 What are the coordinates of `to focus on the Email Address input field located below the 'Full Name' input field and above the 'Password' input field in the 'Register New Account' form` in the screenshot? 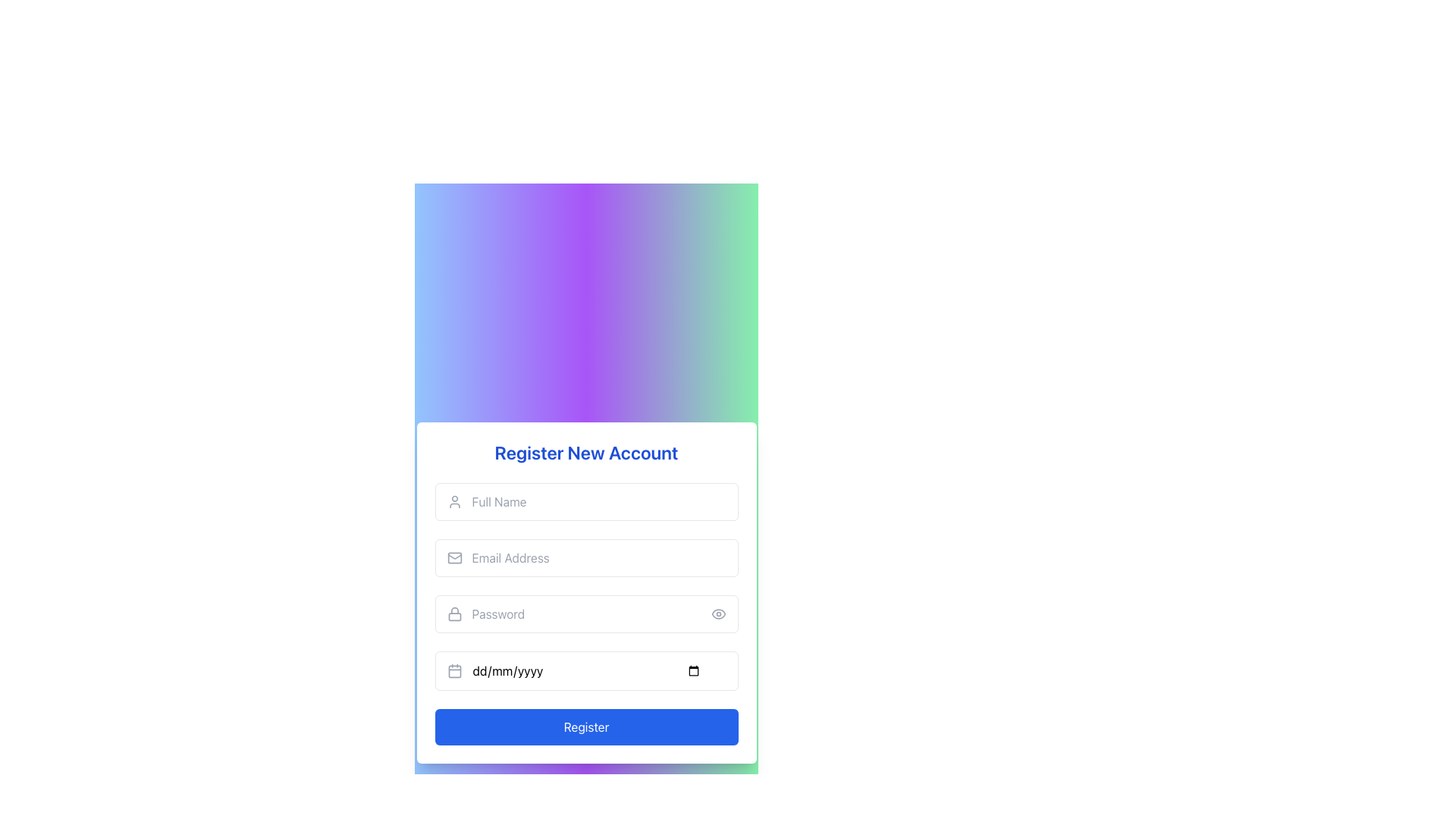 It's located at (585, 558).